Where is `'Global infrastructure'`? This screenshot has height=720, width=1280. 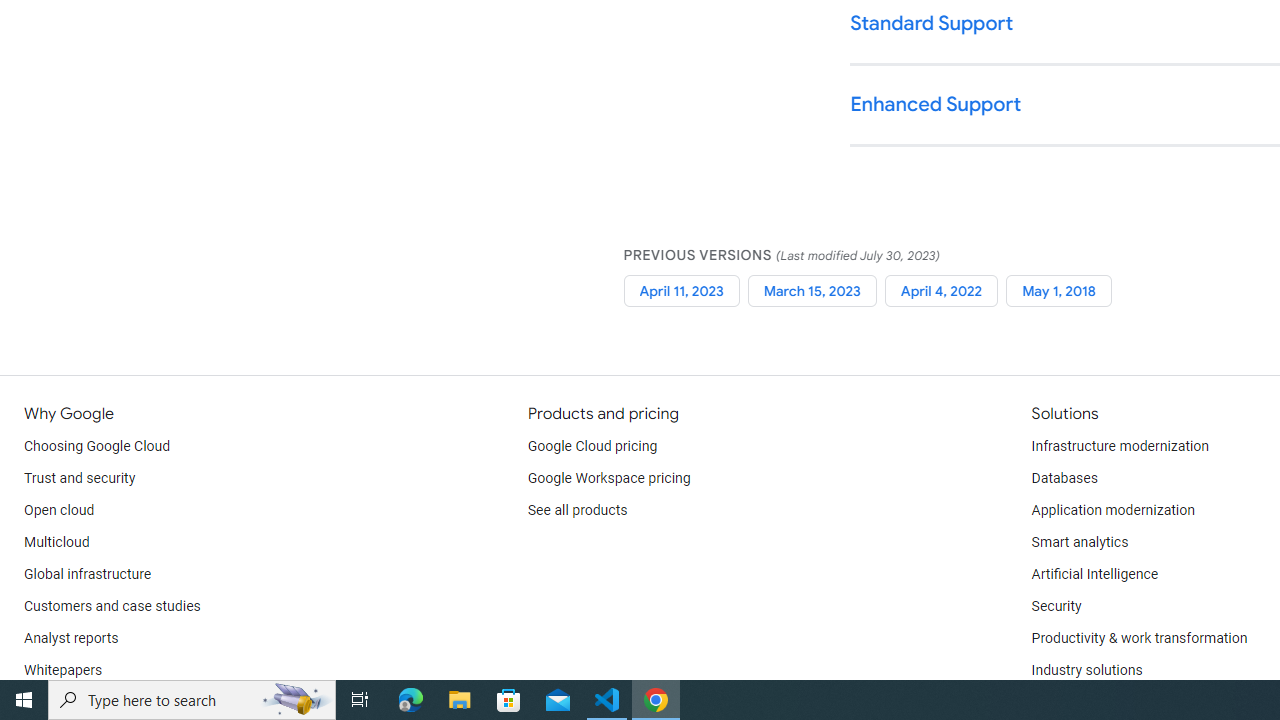
'Global infrastructure' is located at coordinates (87, 574).